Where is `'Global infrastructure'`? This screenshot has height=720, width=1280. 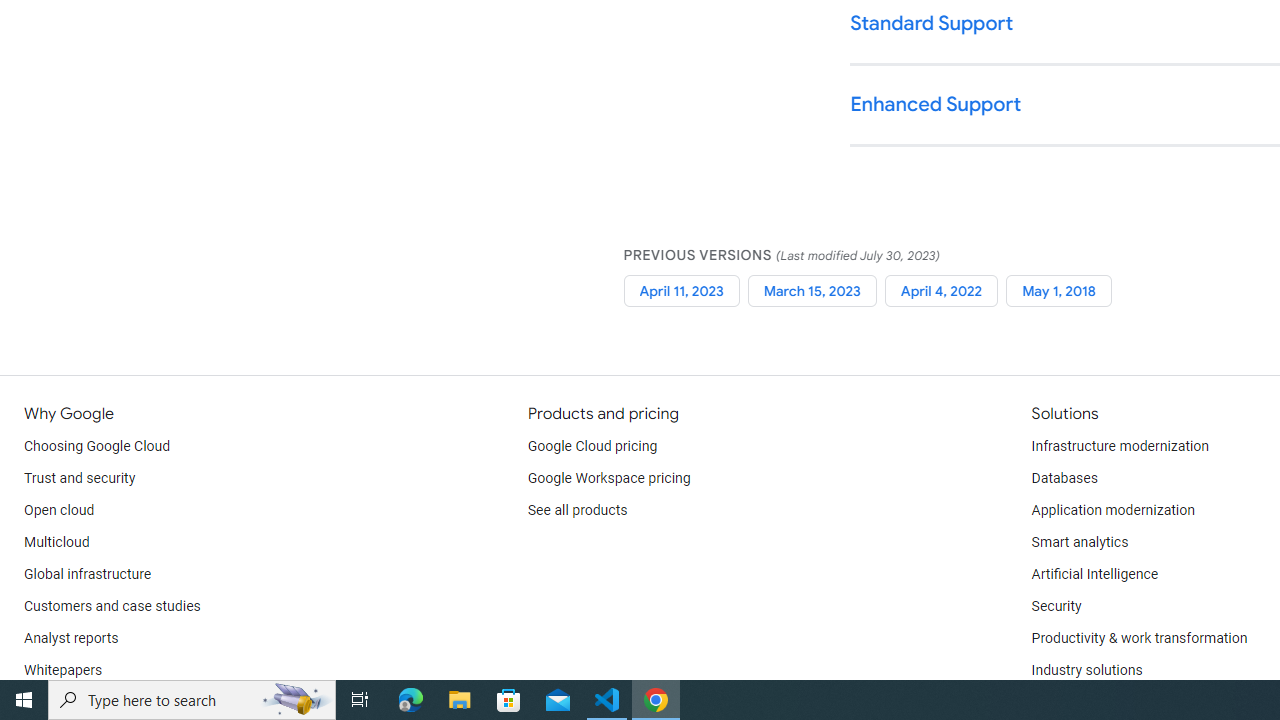
'Global infrastructure' is located at coordinates (87, 574).